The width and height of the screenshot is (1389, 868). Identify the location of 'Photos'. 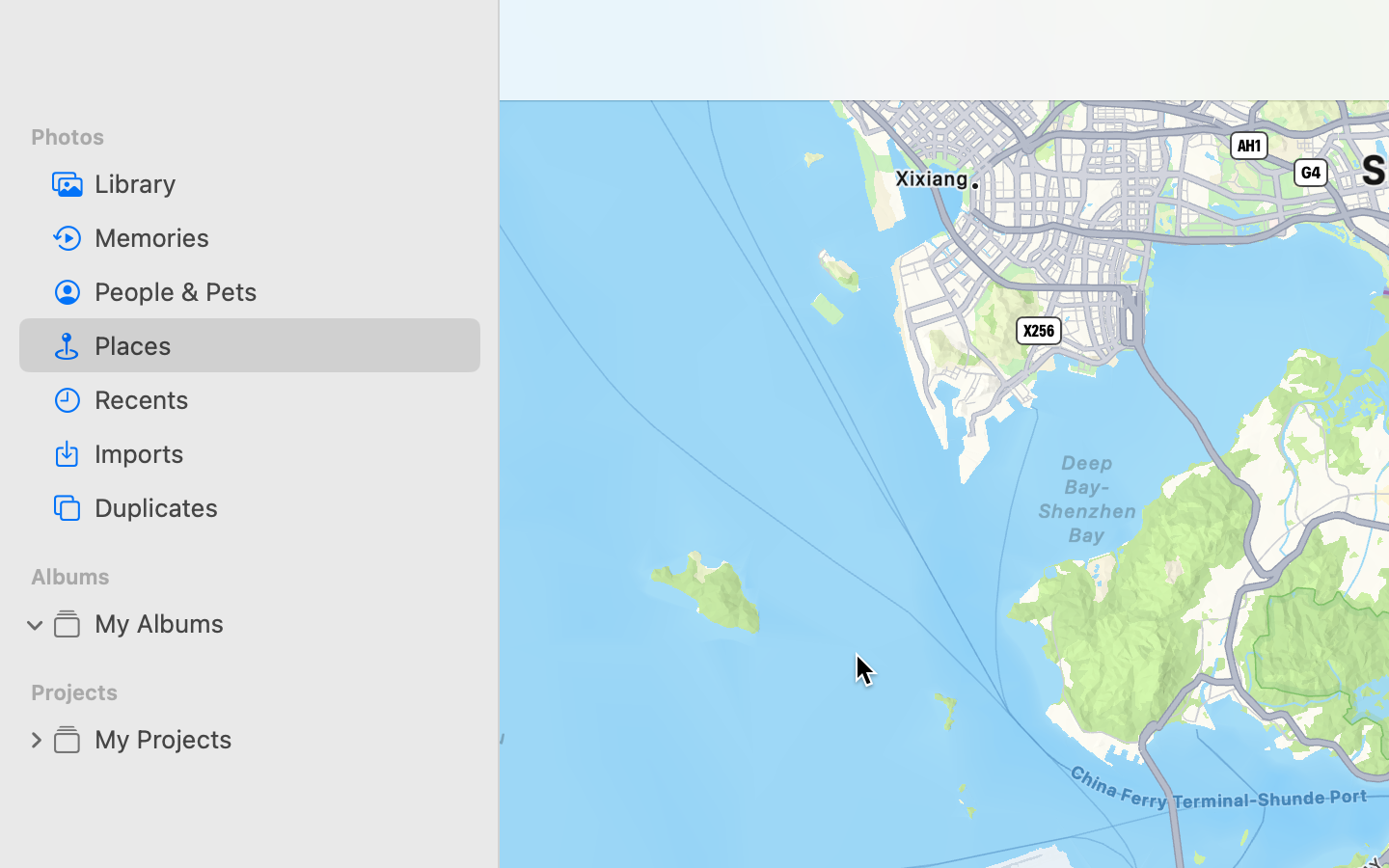
(260, 137).